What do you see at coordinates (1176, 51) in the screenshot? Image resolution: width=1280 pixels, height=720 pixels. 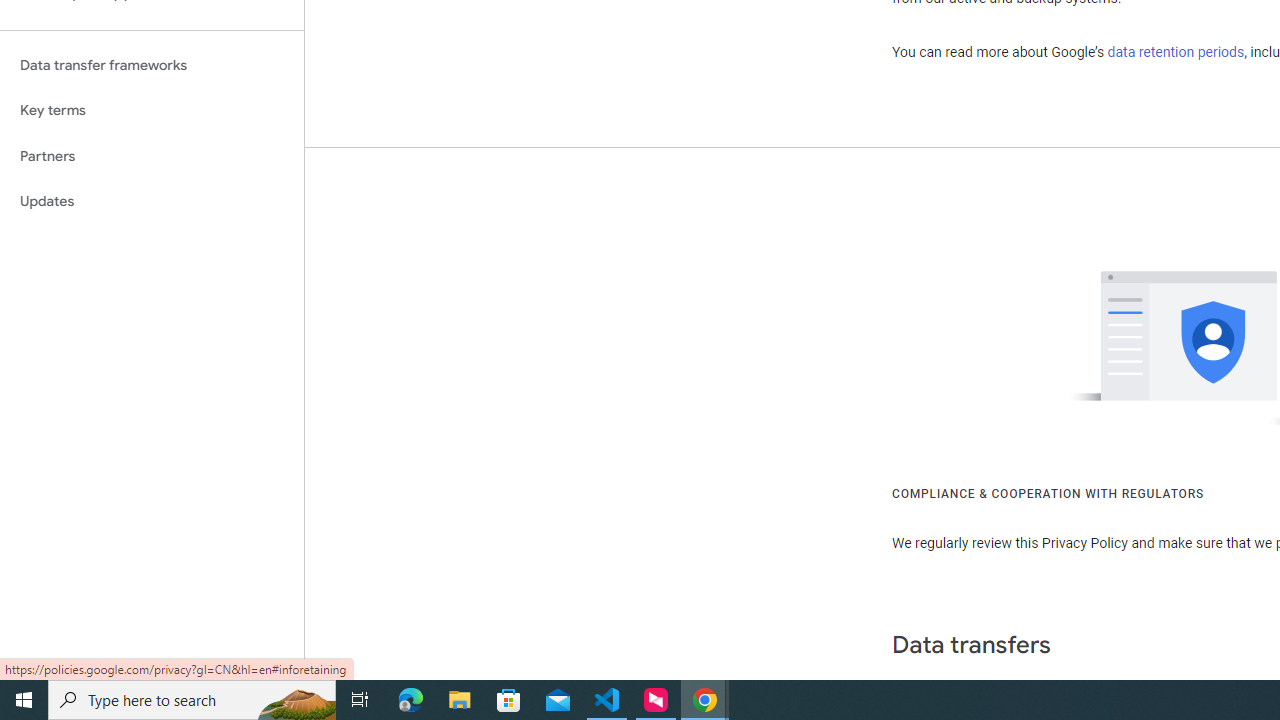 I see `'data retention periods'` at bounding box center [1176, 51].